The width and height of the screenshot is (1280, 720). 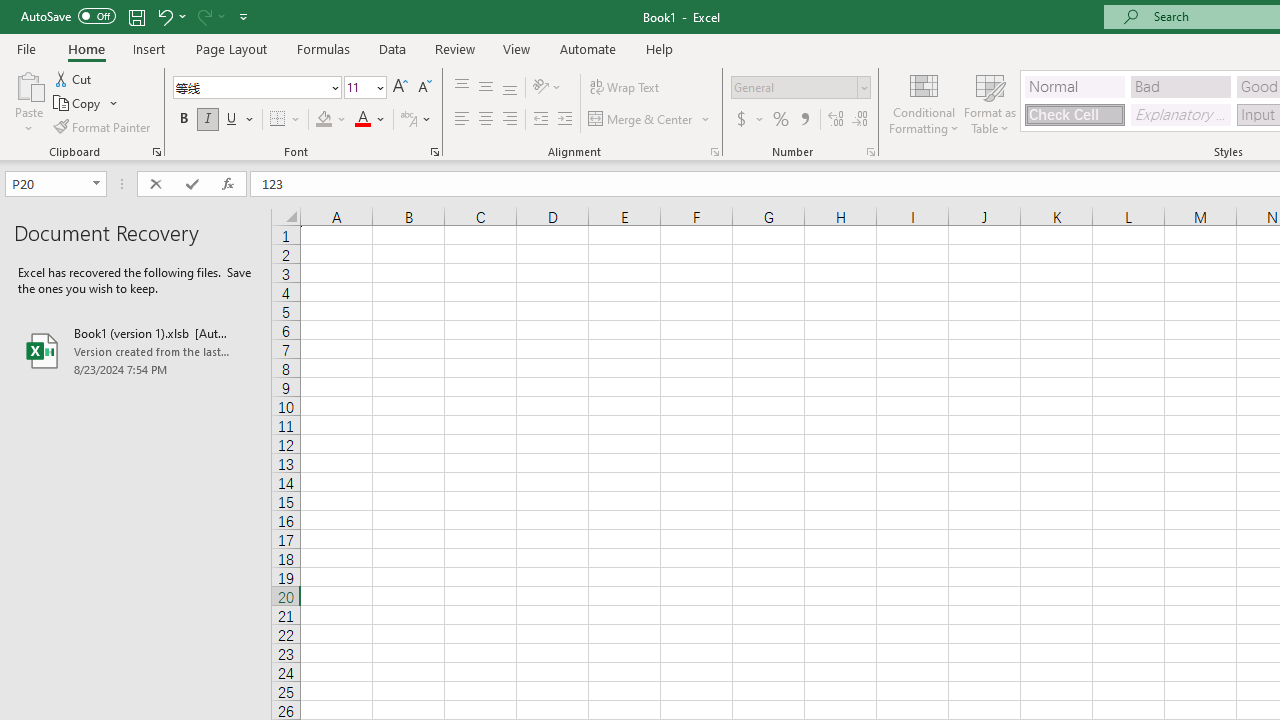 What do you see at coordinates (407, 119) in the screenshot?
I see `'Show Phonetic Field'` at bounding box center [407, 119].